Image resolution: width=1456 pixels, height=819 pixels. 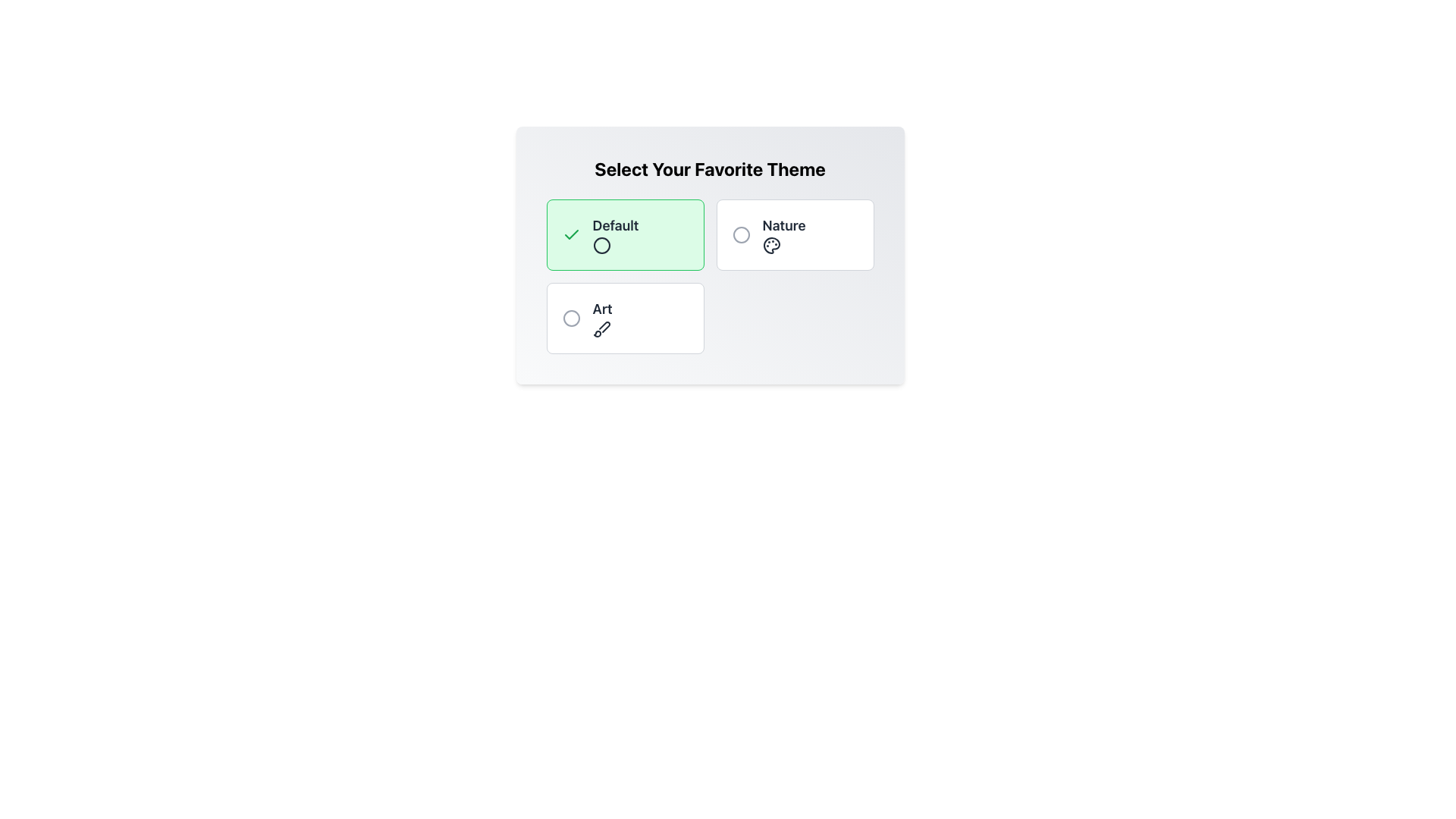 What do you see at coordinates (771, 245) in the screenshot?
I see `the painter's palette icon located centrally under the 'Nature' text label, which features small filled circles representing paint dabs` at bounding box center [771, 245].